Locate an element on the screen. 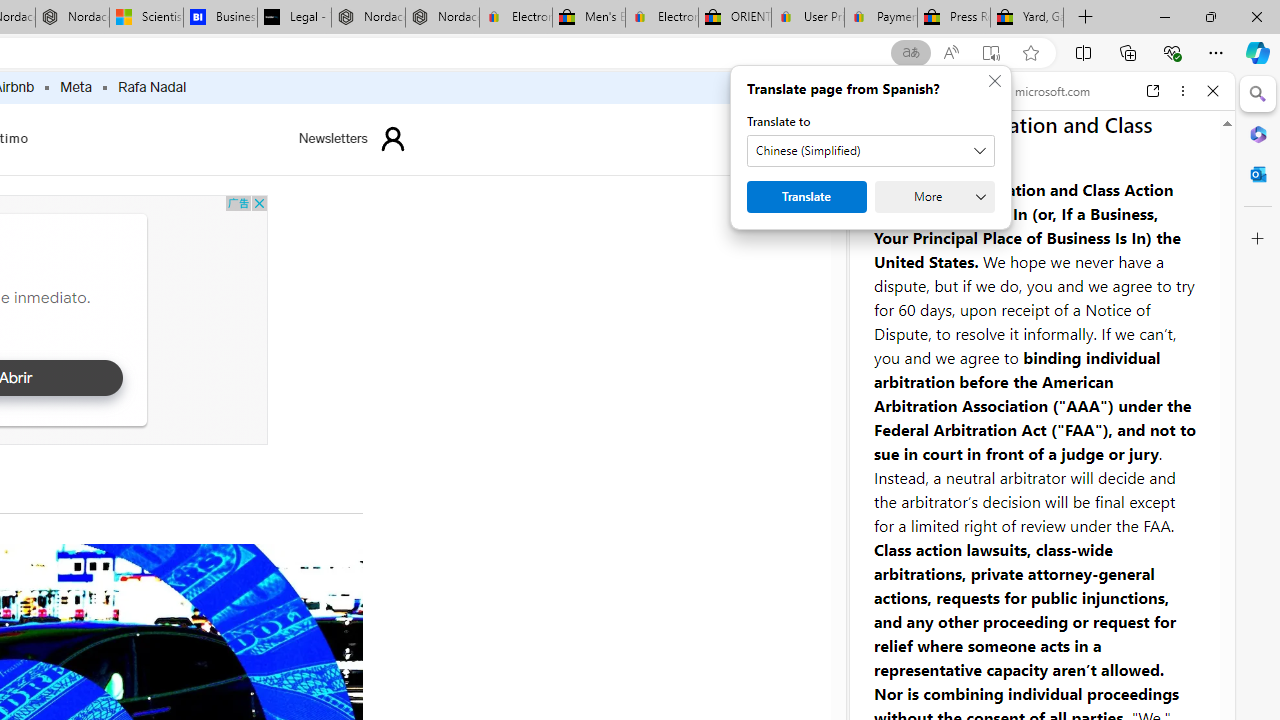 This screenshot has width=1280, height=720. 'Payments Terms of Use | eBay.com' is located at coordinates (880, 17).